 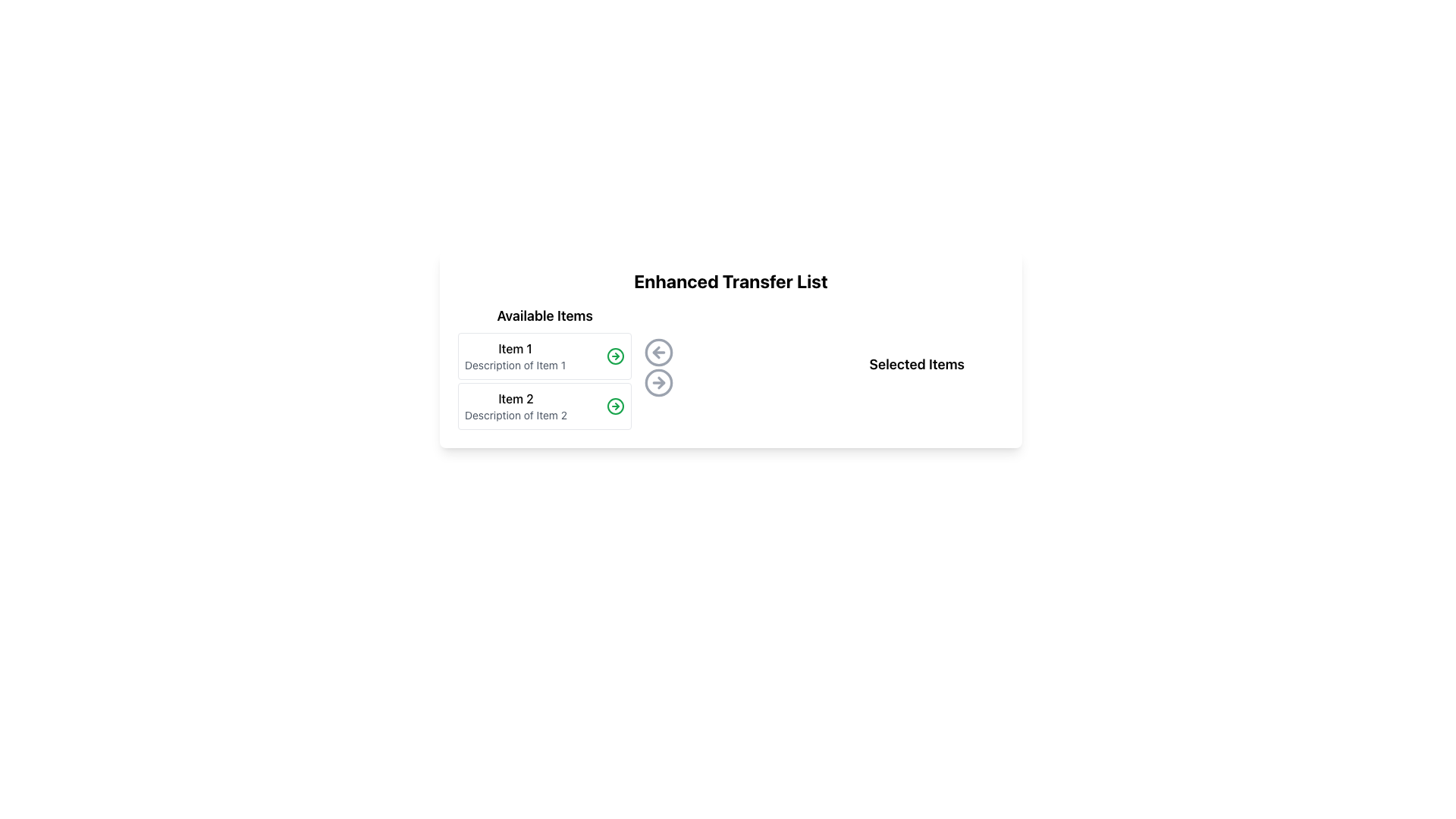 I want to click on the circular button with a right-pointing arrow icon, located to the right of the left-pointing arrow icon under the title 'Enhanced Transfer List', so click(x=659, y=382).